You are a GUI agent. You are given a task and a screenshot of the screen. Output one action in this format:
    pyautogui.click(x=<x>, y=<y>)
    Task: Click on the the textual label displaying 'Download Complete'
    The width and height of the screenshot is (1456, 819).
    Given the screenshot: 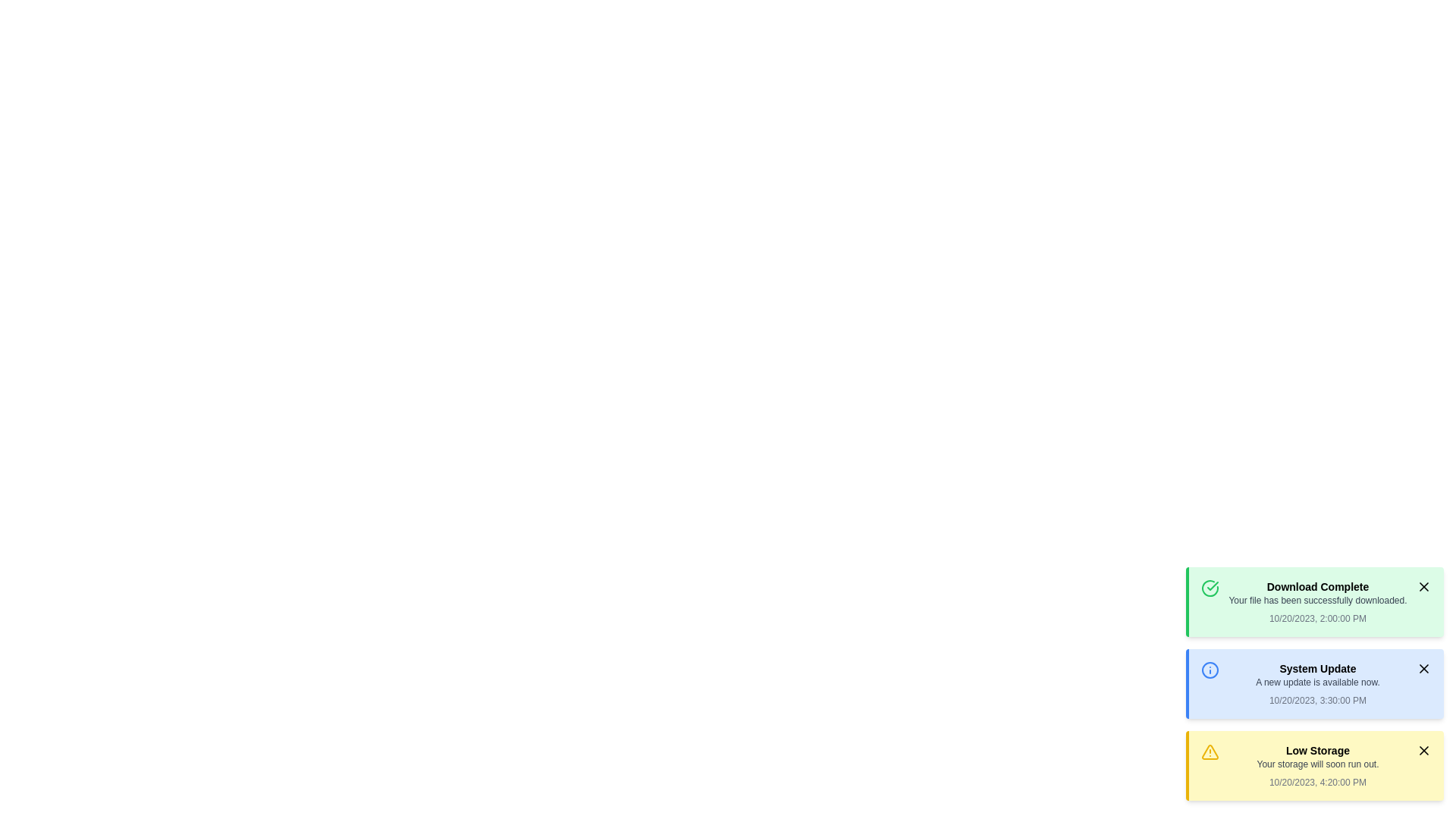 What is the action you would take?
    pyautogui.click(x=1316, y=586)
    